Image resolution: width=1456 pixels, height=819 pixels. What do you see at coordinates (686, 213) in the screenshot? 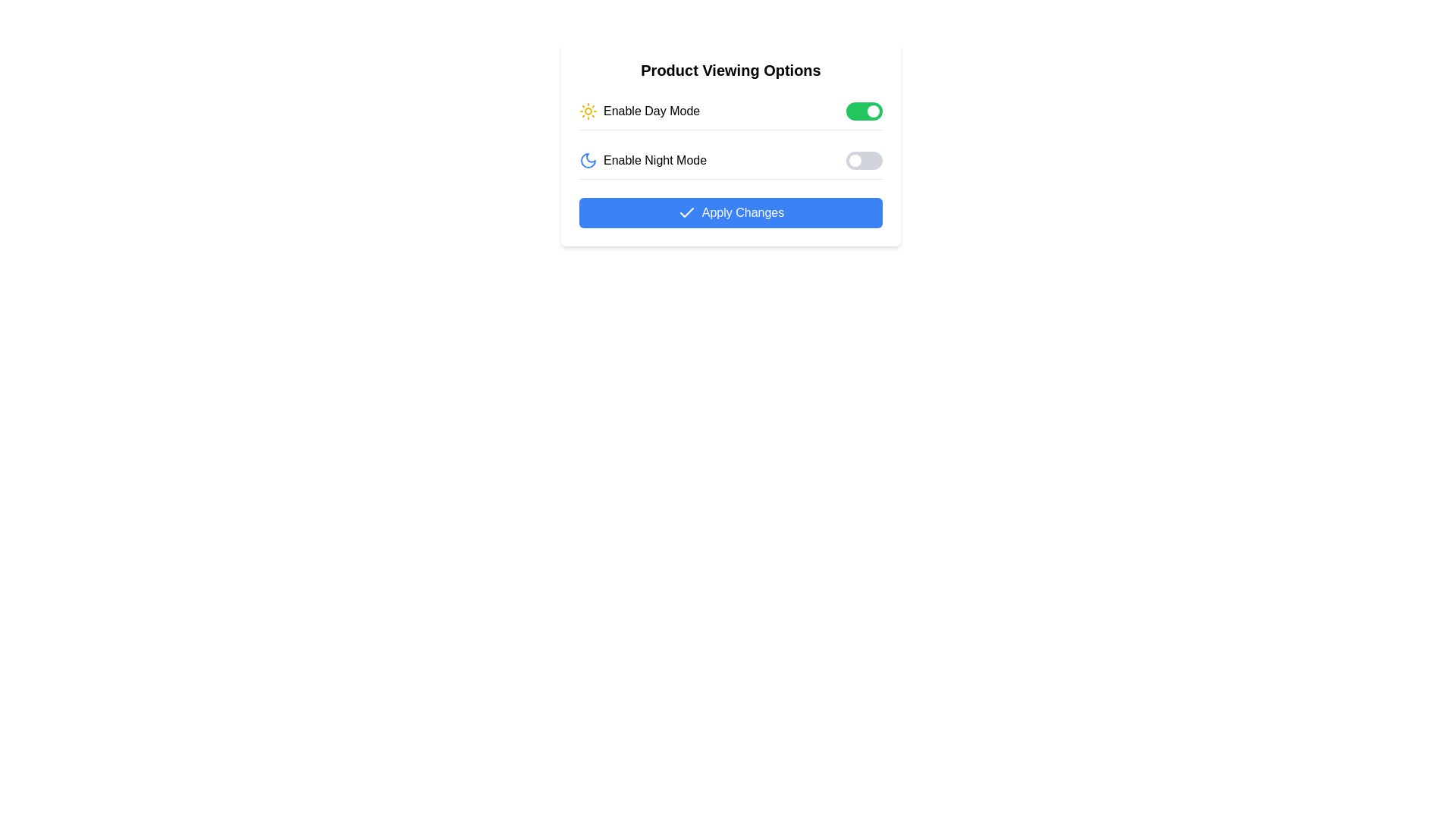
I see `the white checkmark icon within the 'Apply Changes' button, which is styled with a blue rectangle and located at the bottom of the 'Product Viewing Options' section` at bounding box center [686, 213].